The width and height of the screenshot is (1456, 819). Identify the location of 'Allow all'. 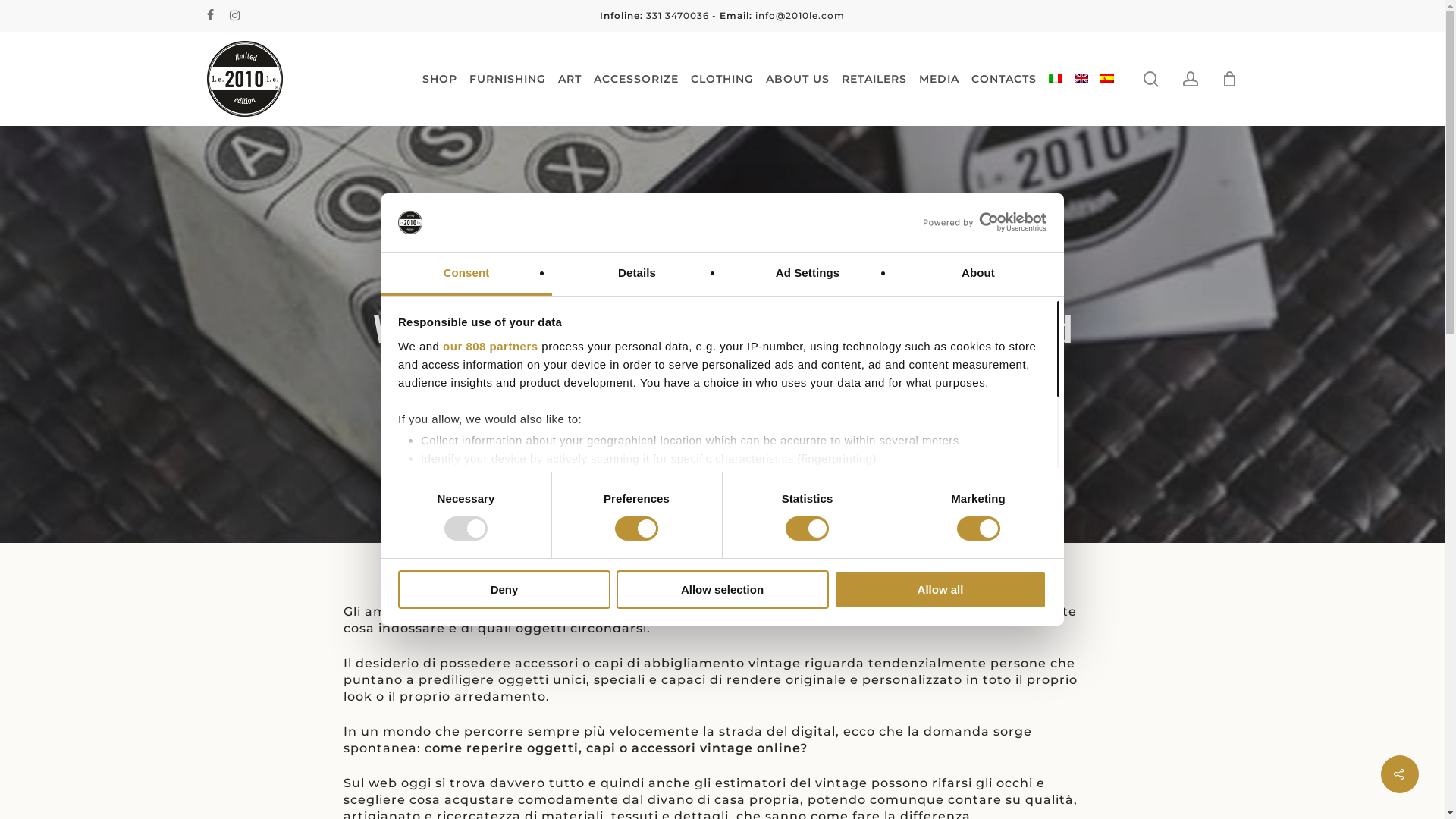
(939, 588).